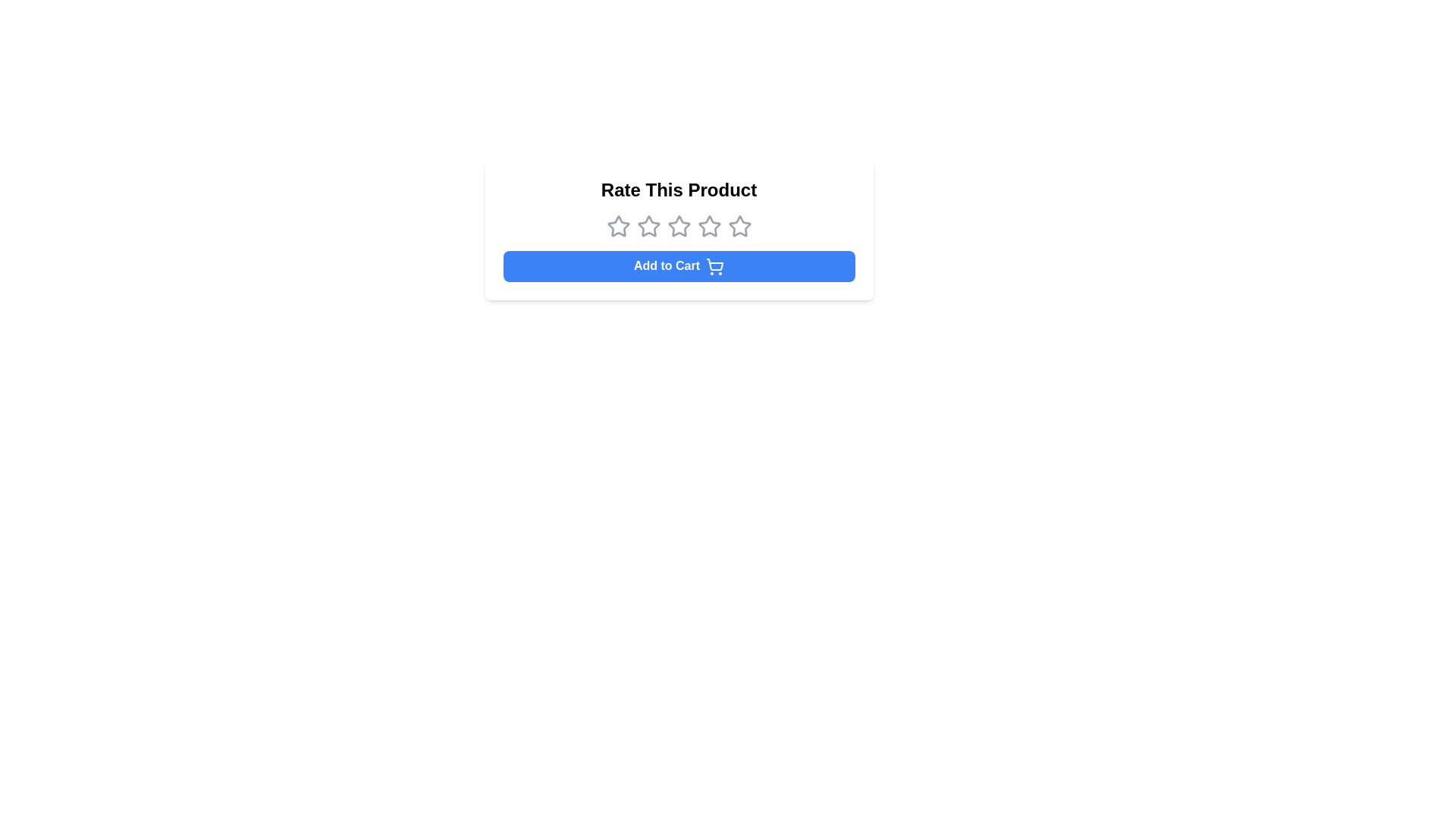  I want to click on the shopping cart SVG icon located on the right side of the 'Add to Cart' button, so click(714, 263).